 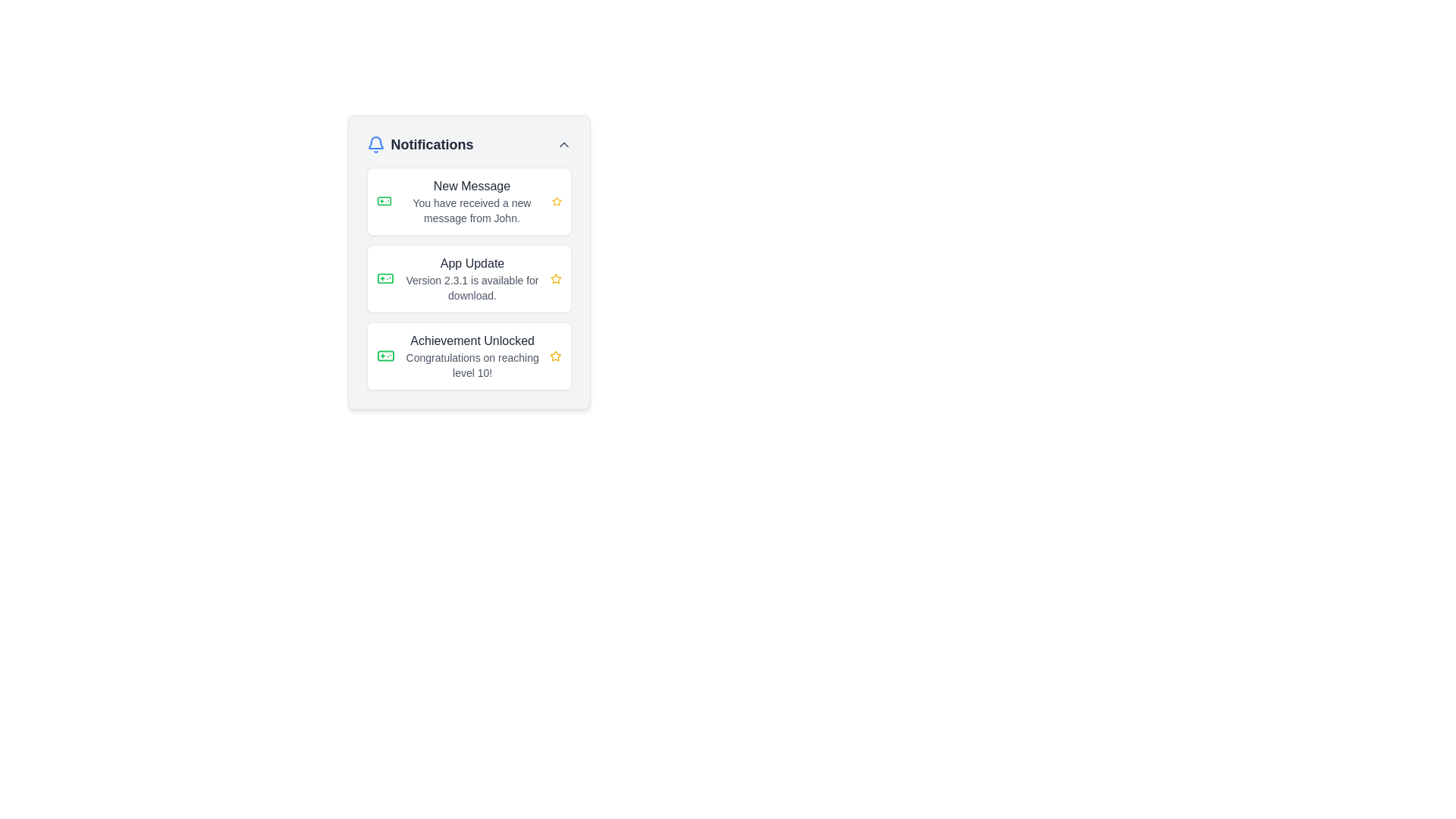 I want to click on the star-shaped icon with a yellow fill and black outline located at the bottom-most notification card indicating 'Achievement Unlocked', so click(x=554, y=356).